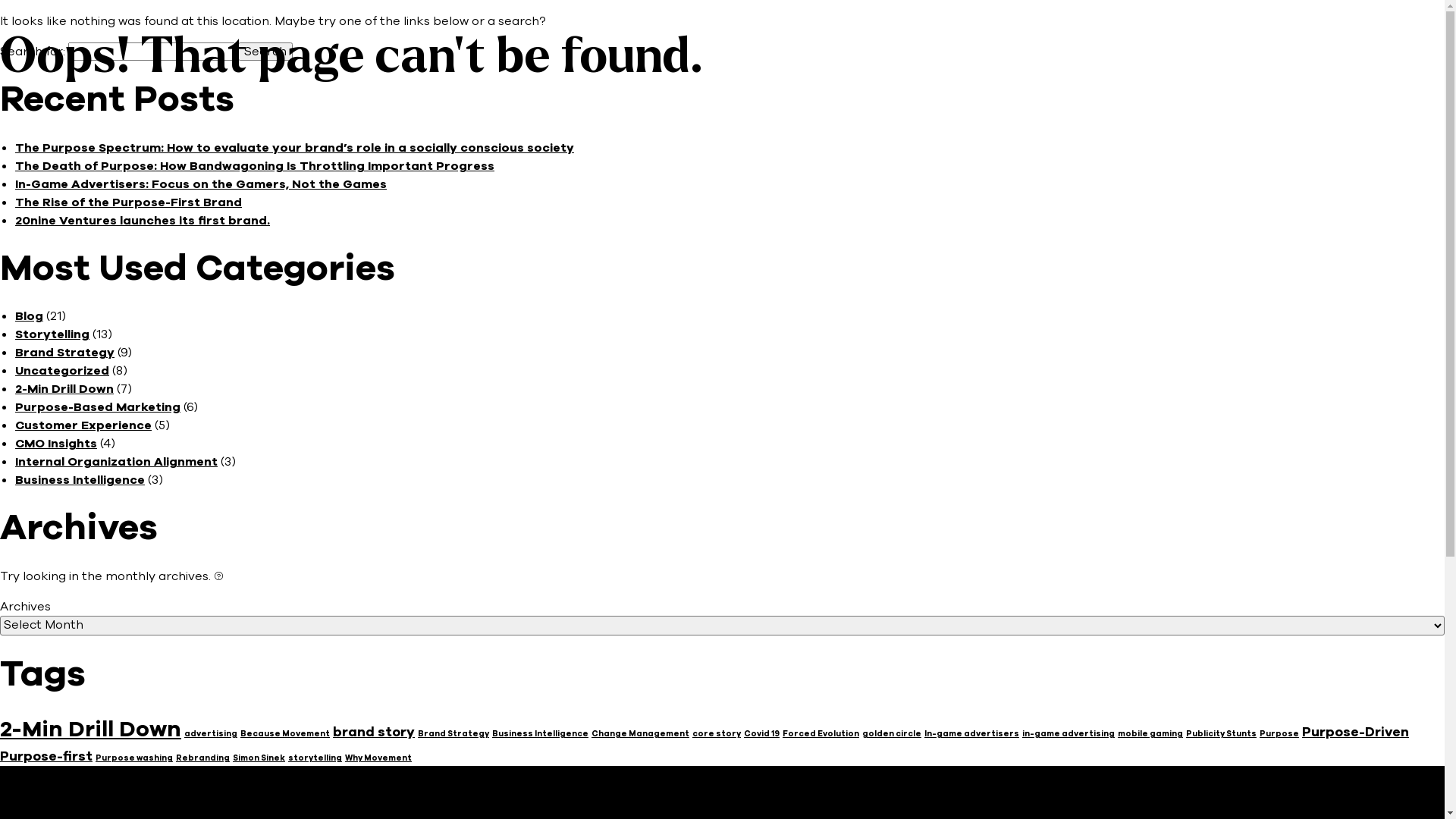 This screenshot has height=819, width=1456. I want to click on 'Simon Sinek', so click(259, 758).